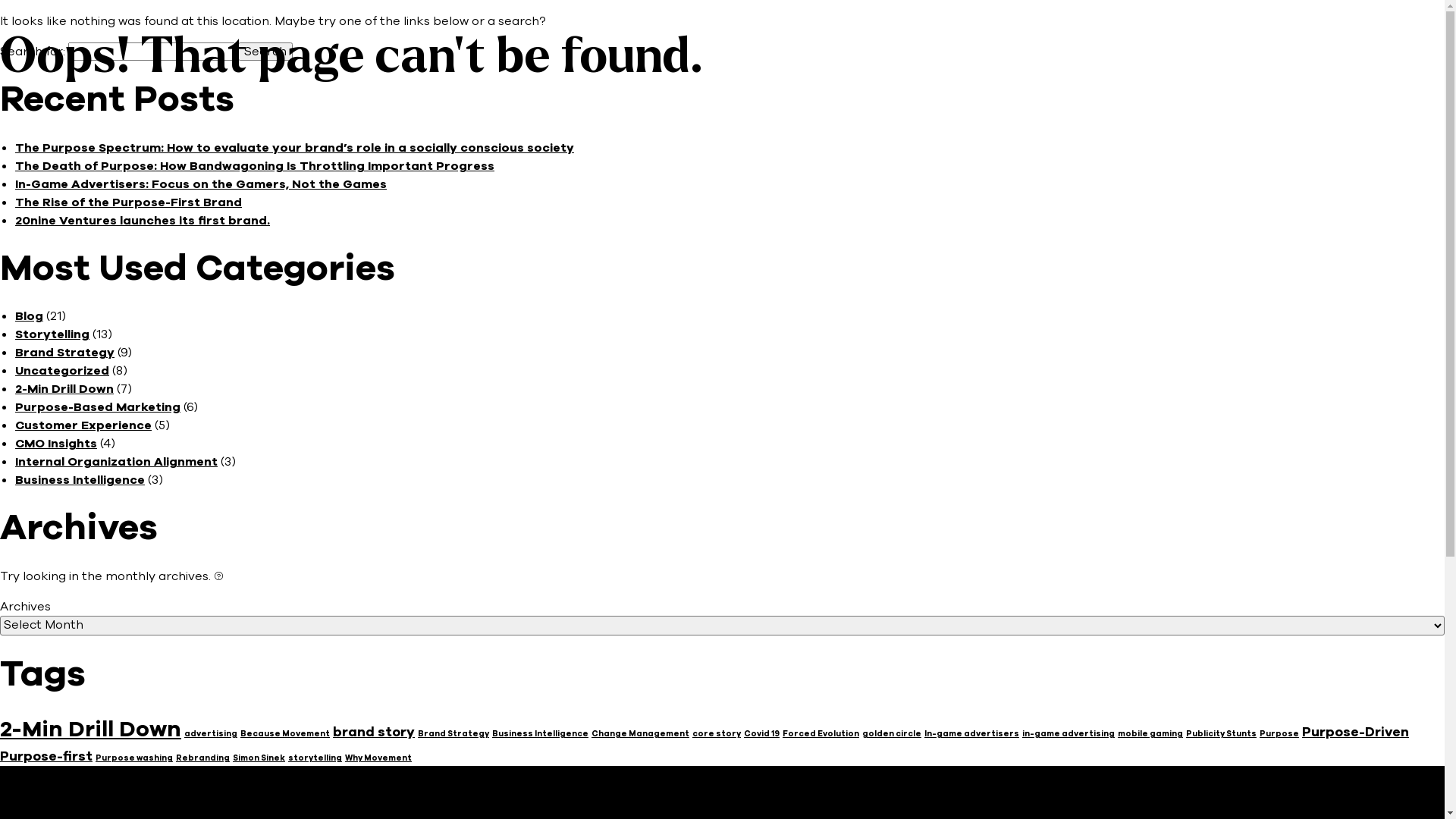 This screenshot has height=819, width=1456. I want to click on 'Simon Sinek', so click(259, 758).